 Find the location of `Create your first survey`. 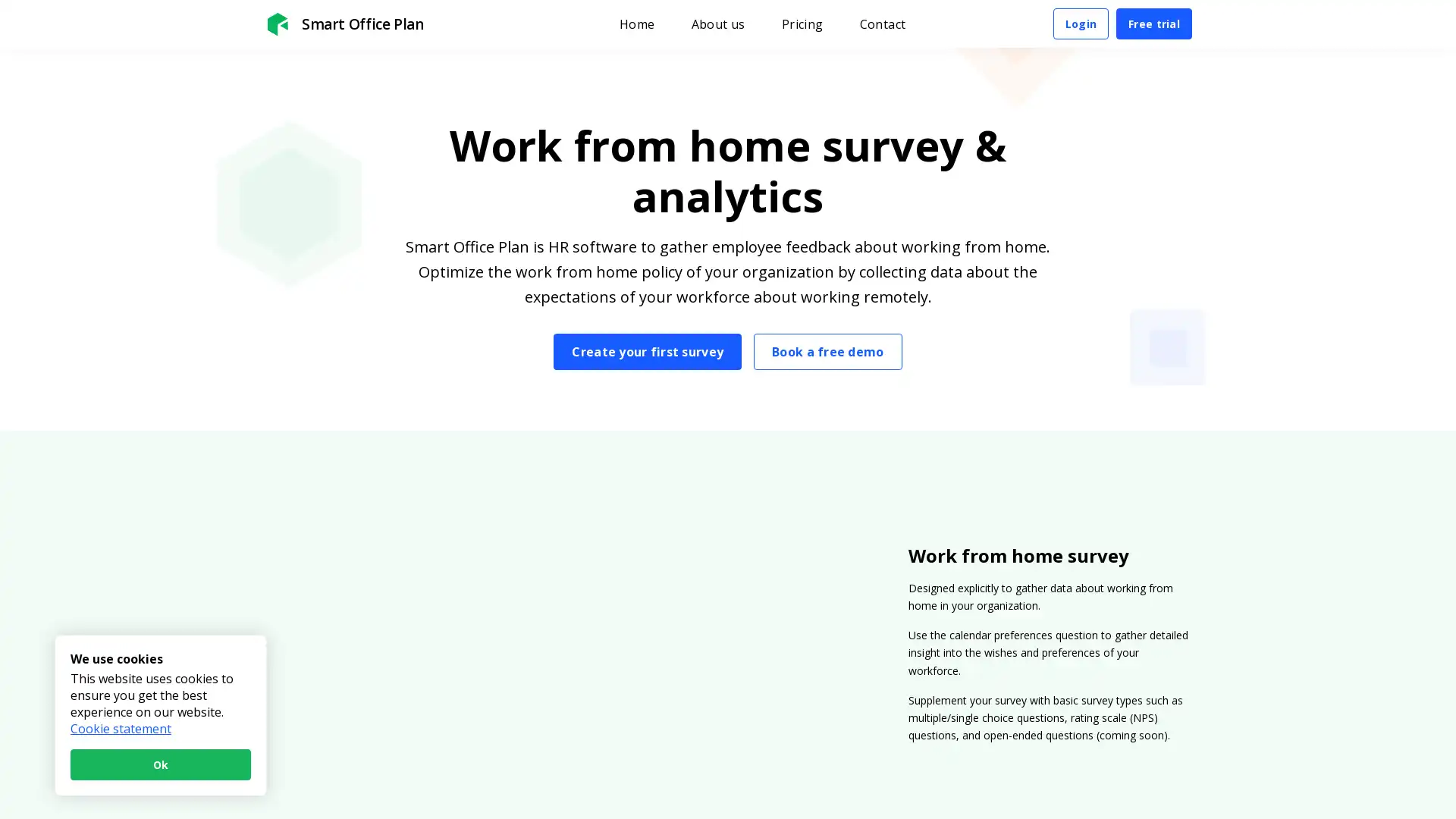

Create your first survey is located at coordinates (648, 351).